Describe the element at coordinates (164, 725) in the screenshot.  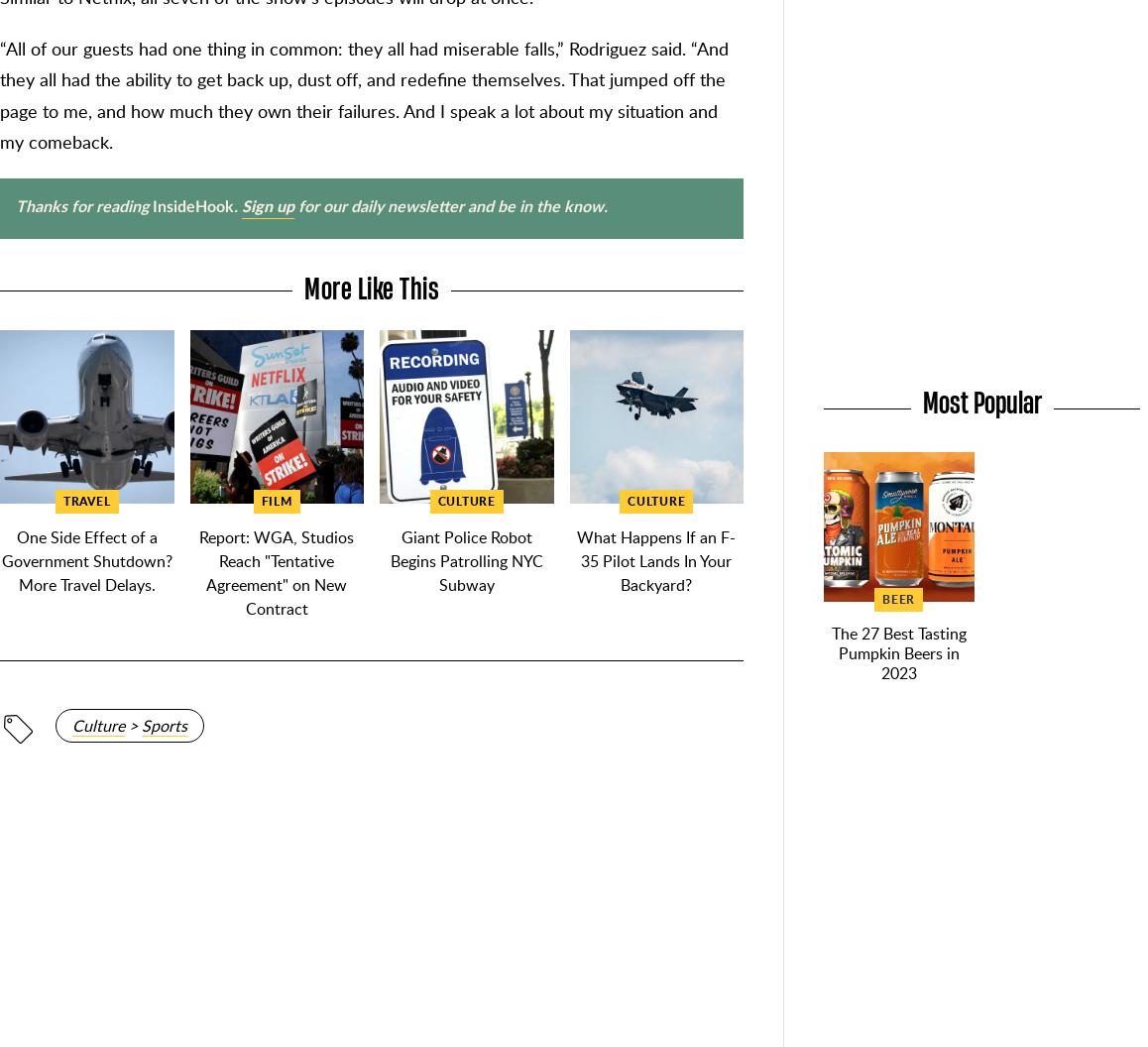
I see `'Sports'` at that location.